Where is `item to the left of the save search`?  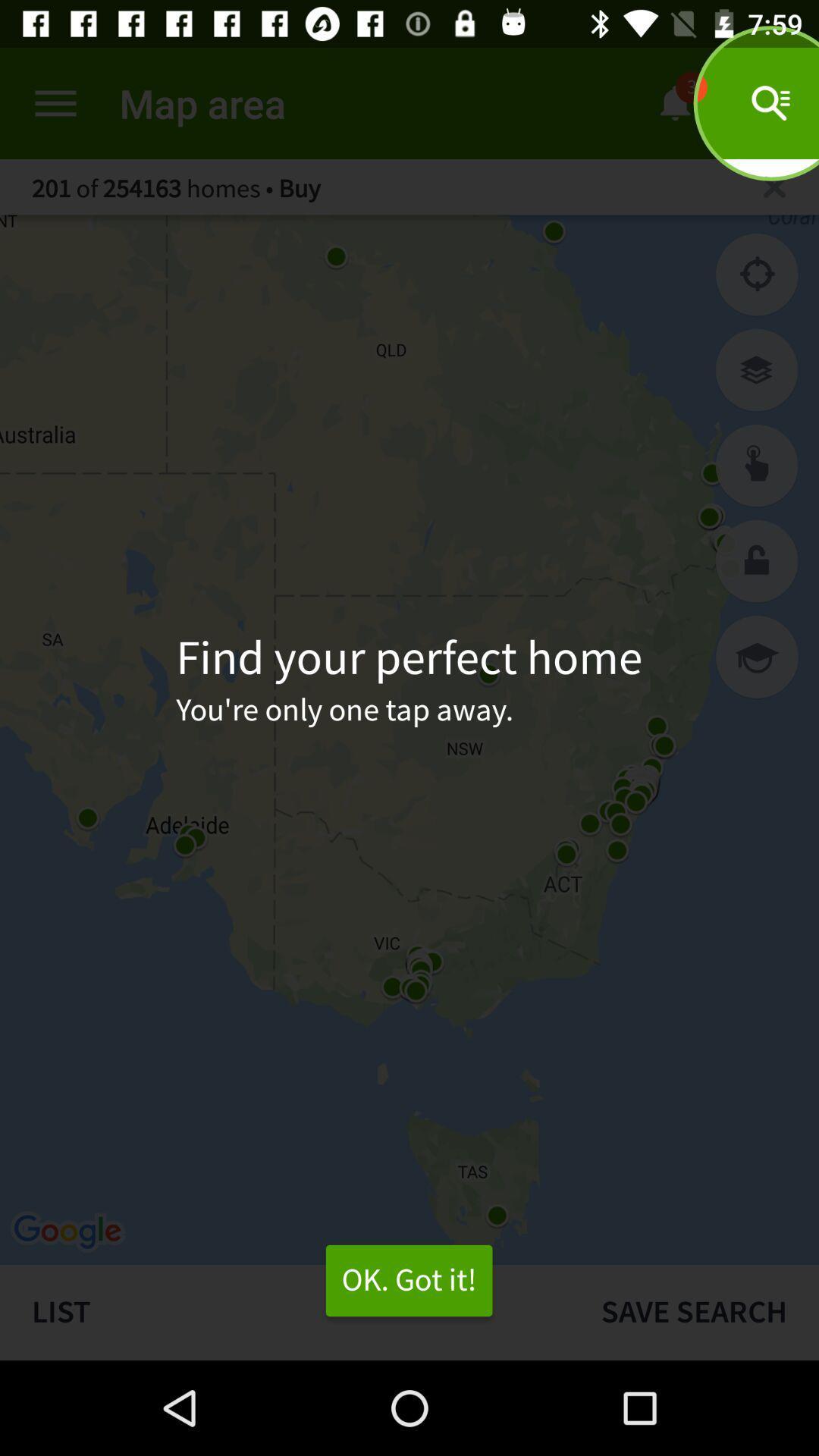 item to the left of the save search is located at coordinates (284, 1312).